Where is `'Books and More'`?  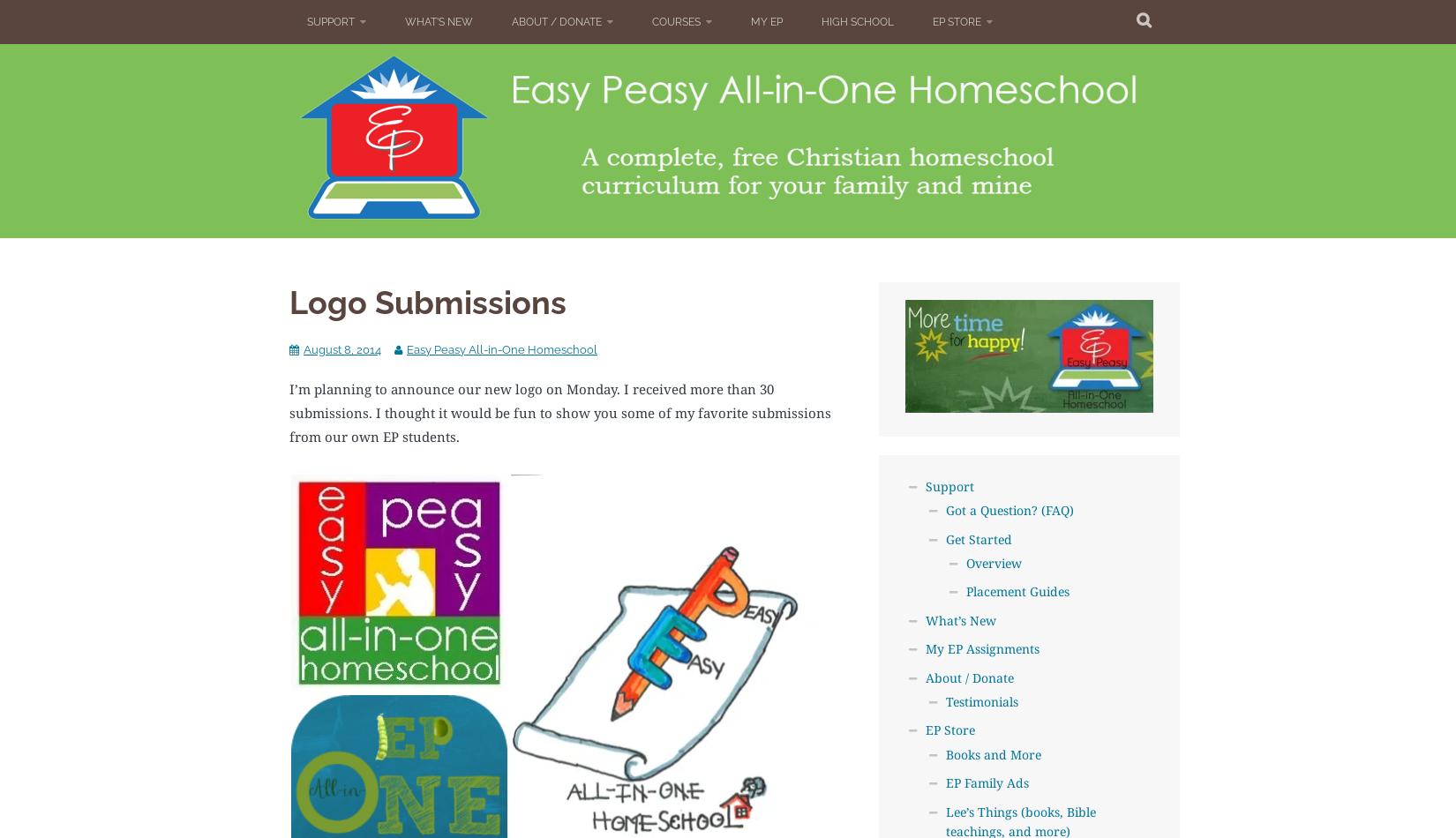
'Books and More' is located at coordinates (992, 752).